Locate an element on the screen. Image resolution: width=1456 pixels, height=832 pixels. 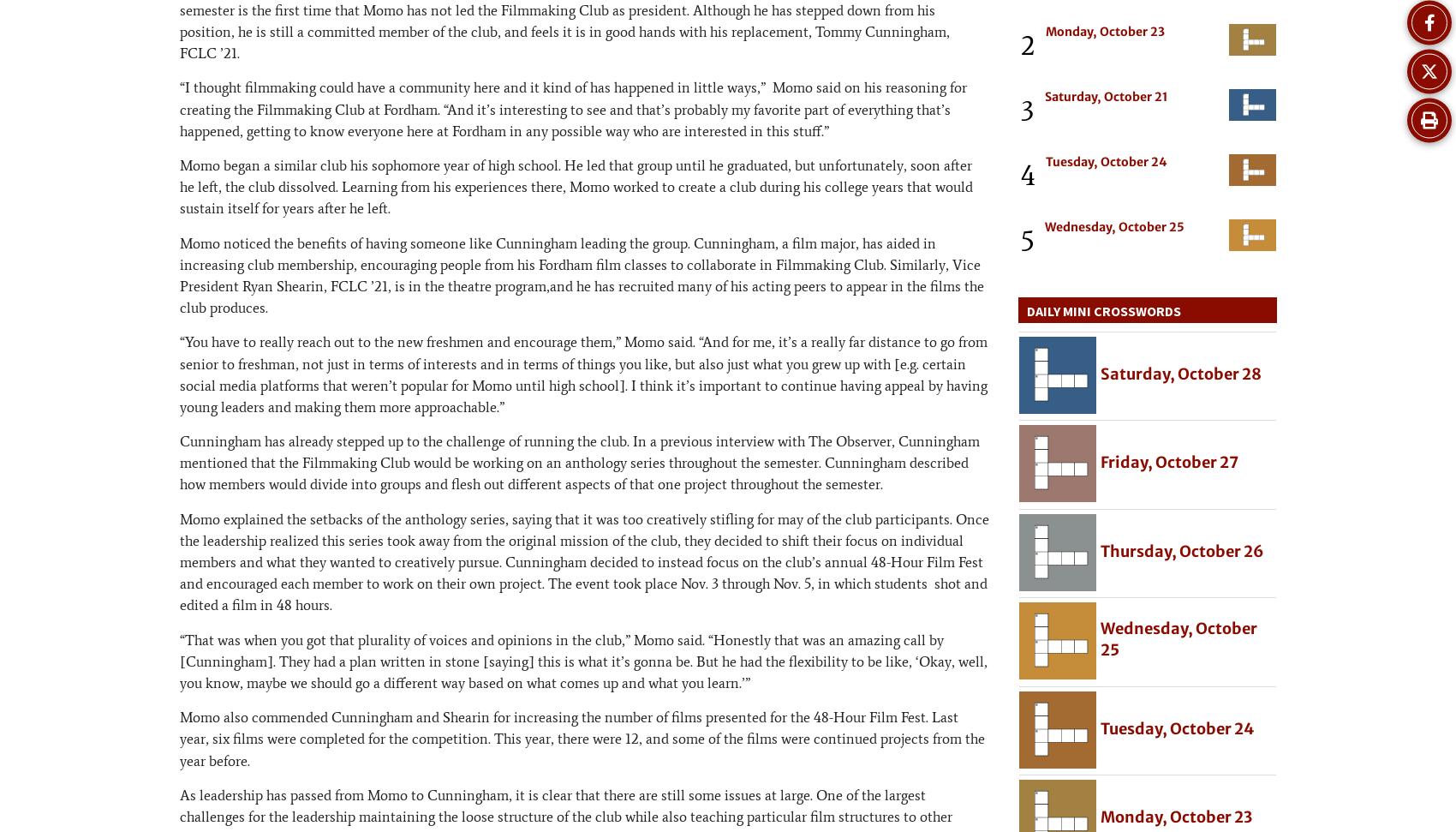
'“That was when you got that plurality of voices and opinions in the club,” Momo said. “Honestly that was an amazing call by [Cunningham]. They had a plan written in stone [saying] this is what it’s gonna be. But he had the flexibility to be like, ‘Okay, well, you know, maybe we should go a different way based on what comes up and what you learn.’”' is located at coordinates (583, 660).